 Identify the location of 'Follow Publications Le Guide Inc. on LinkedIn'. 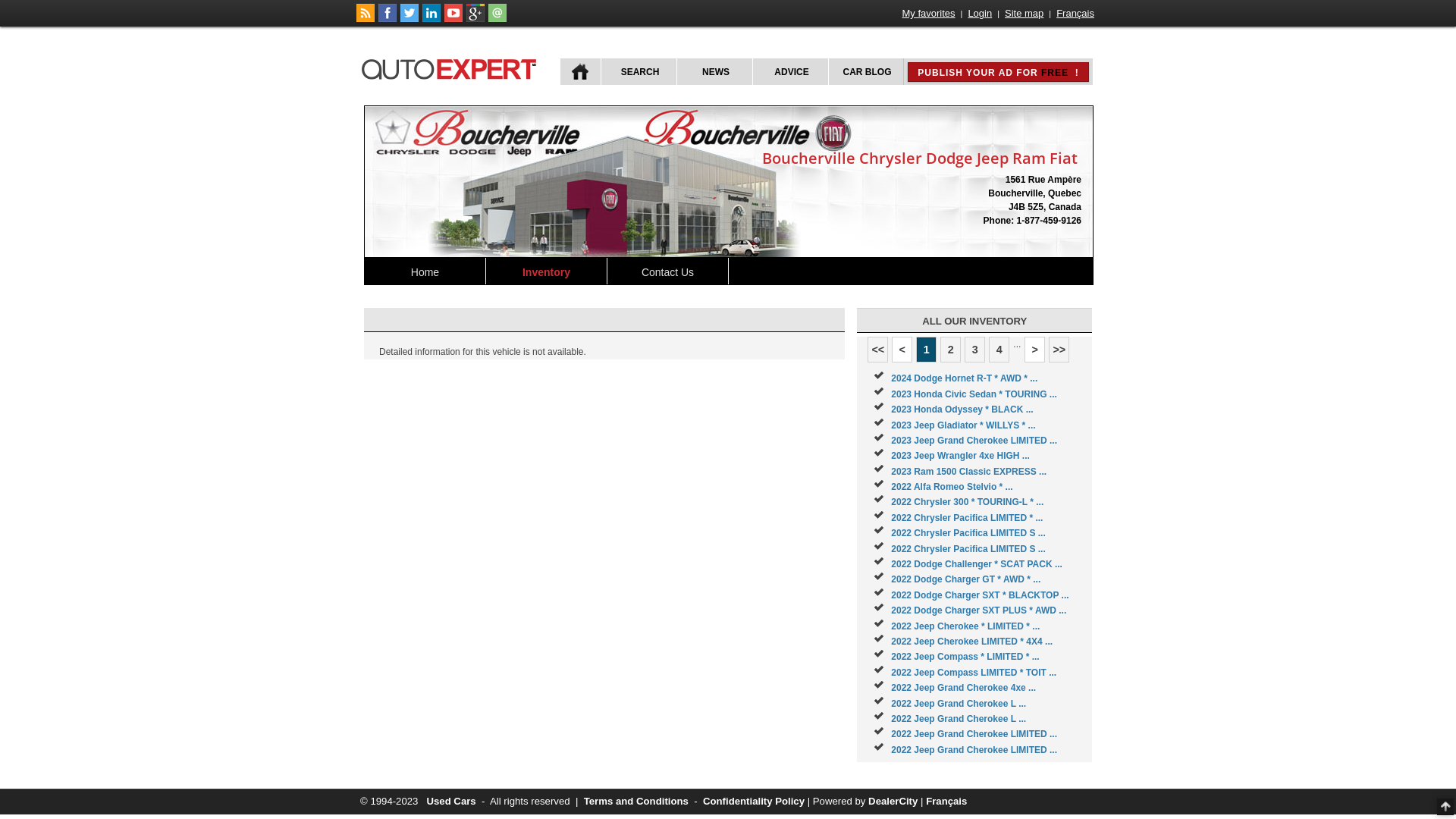
(431, 18).